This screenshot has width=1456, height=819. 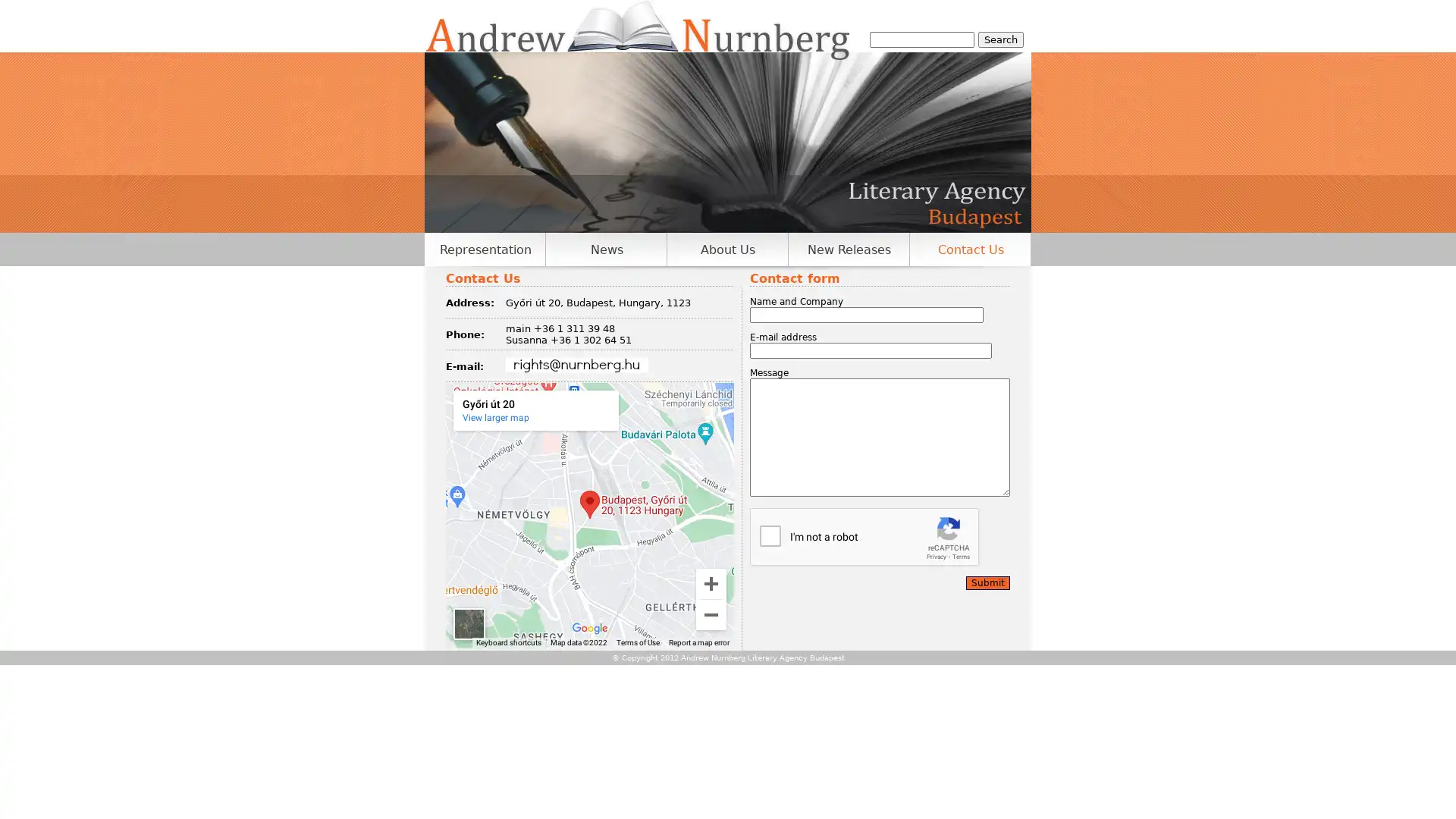 What do you see at coordinates (987, 582) in the screenshot?
I see `Submit` at bounding box center [987, 582].